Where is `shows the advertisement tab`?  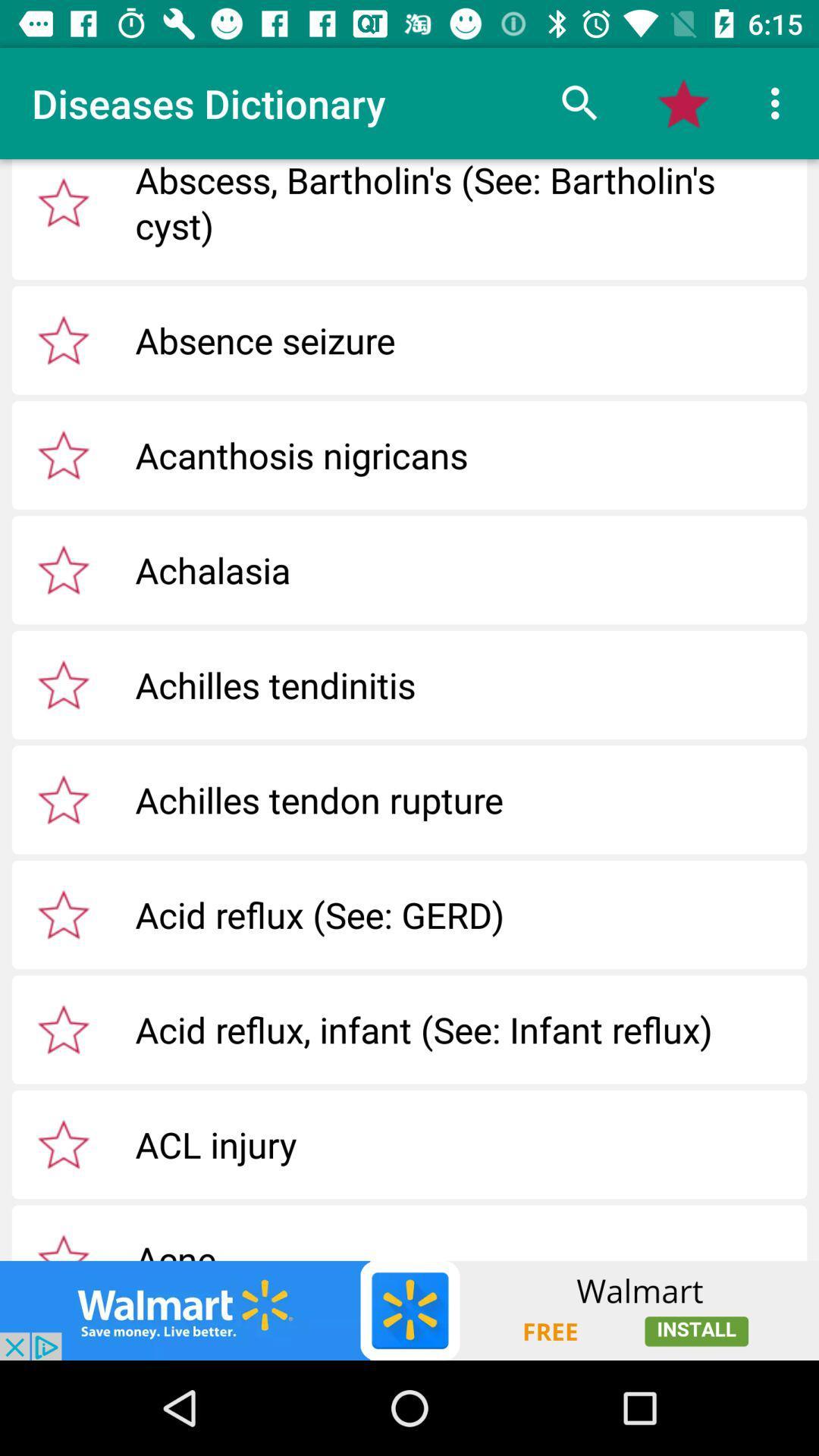
shows the advertisement tab is located at coordinates (409, 1310).